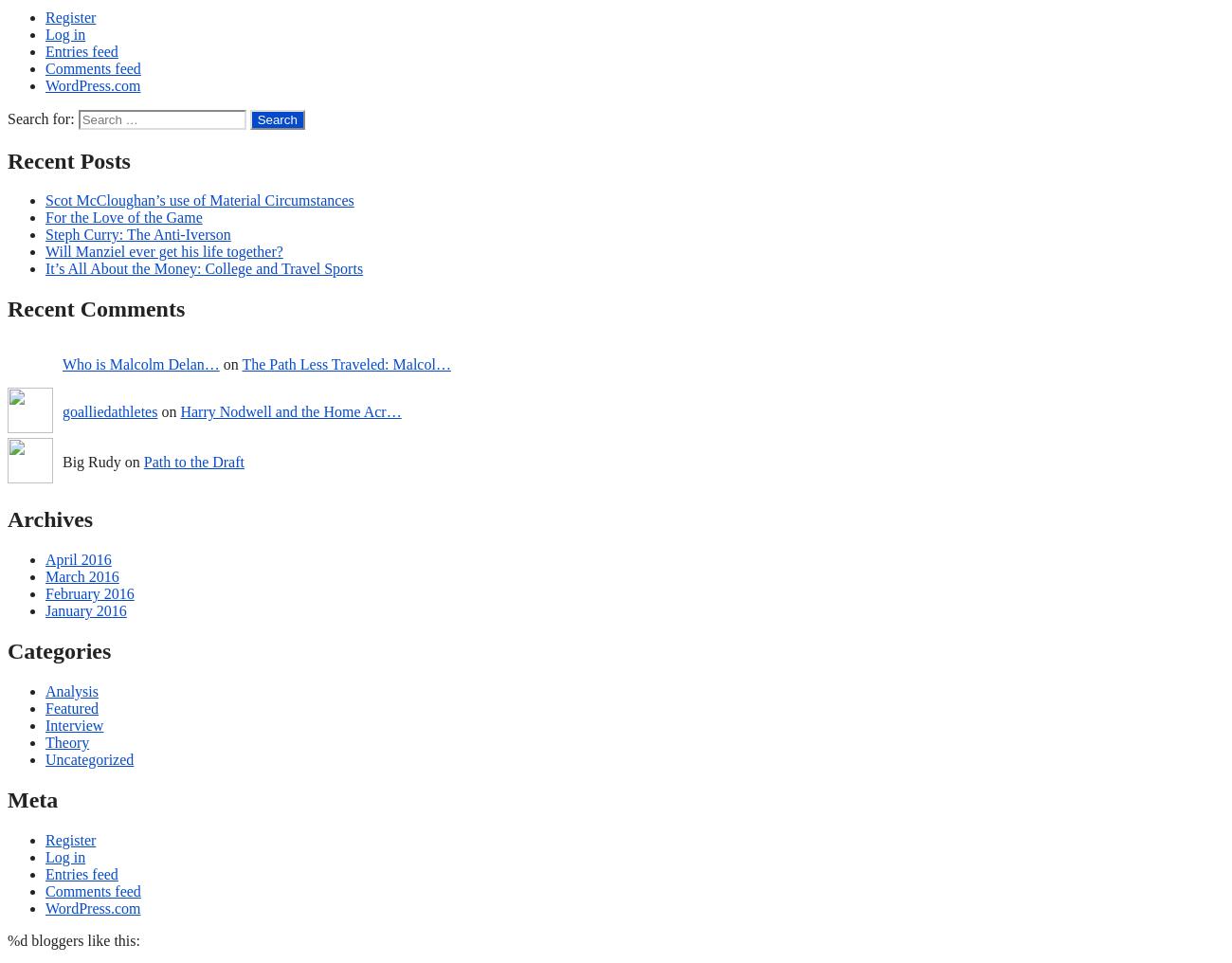 Image resolution: width=1232 pixels, height=963 pixels. What do you see at coordinates (136, 234) in the screenshot?
I see `'Steph Curry: The Anti-Iverson'` at bounding box center [136, 234].